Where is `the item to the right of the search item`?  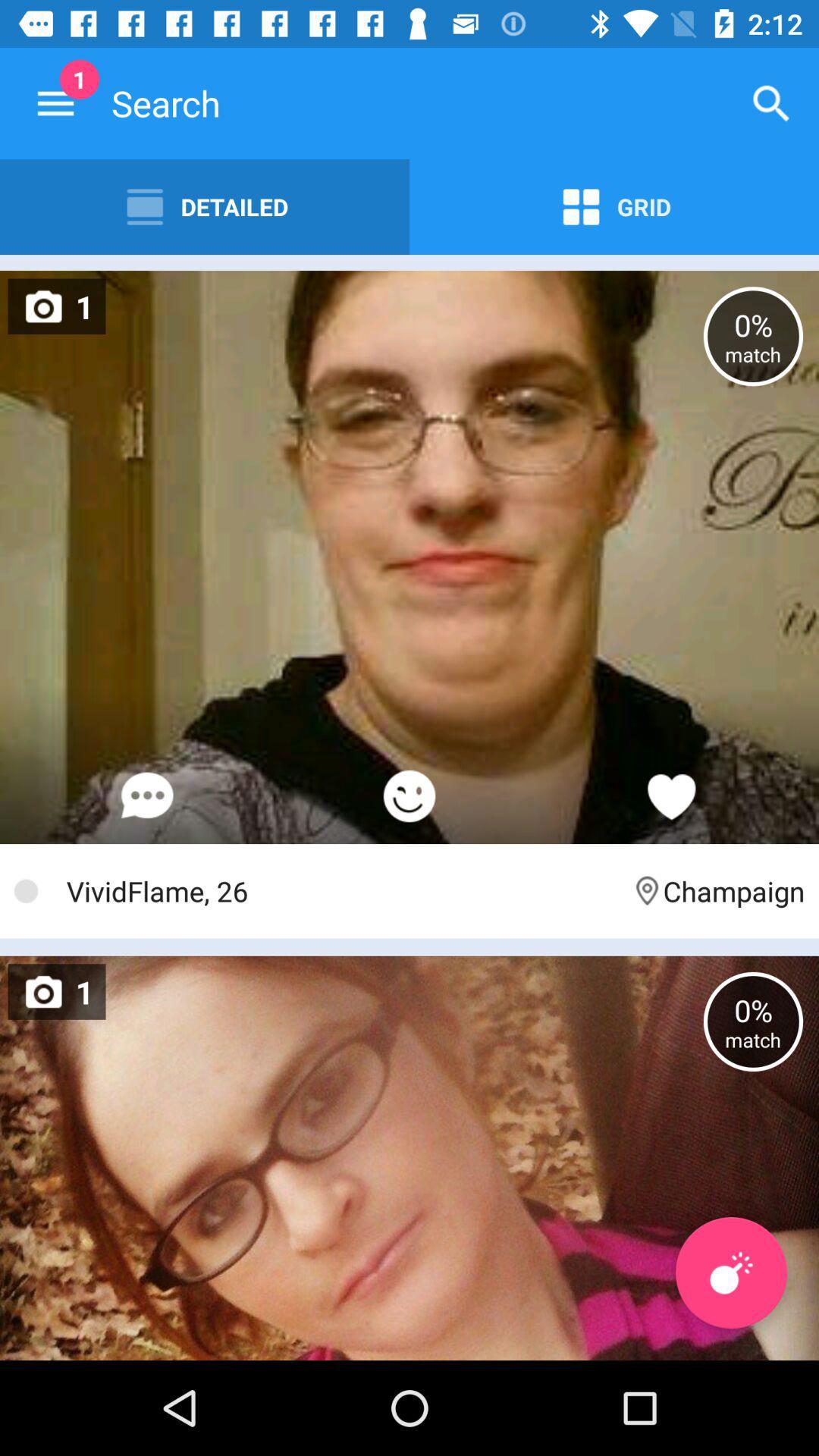 the item to the right of the search item is located at coordinates (771, 102).